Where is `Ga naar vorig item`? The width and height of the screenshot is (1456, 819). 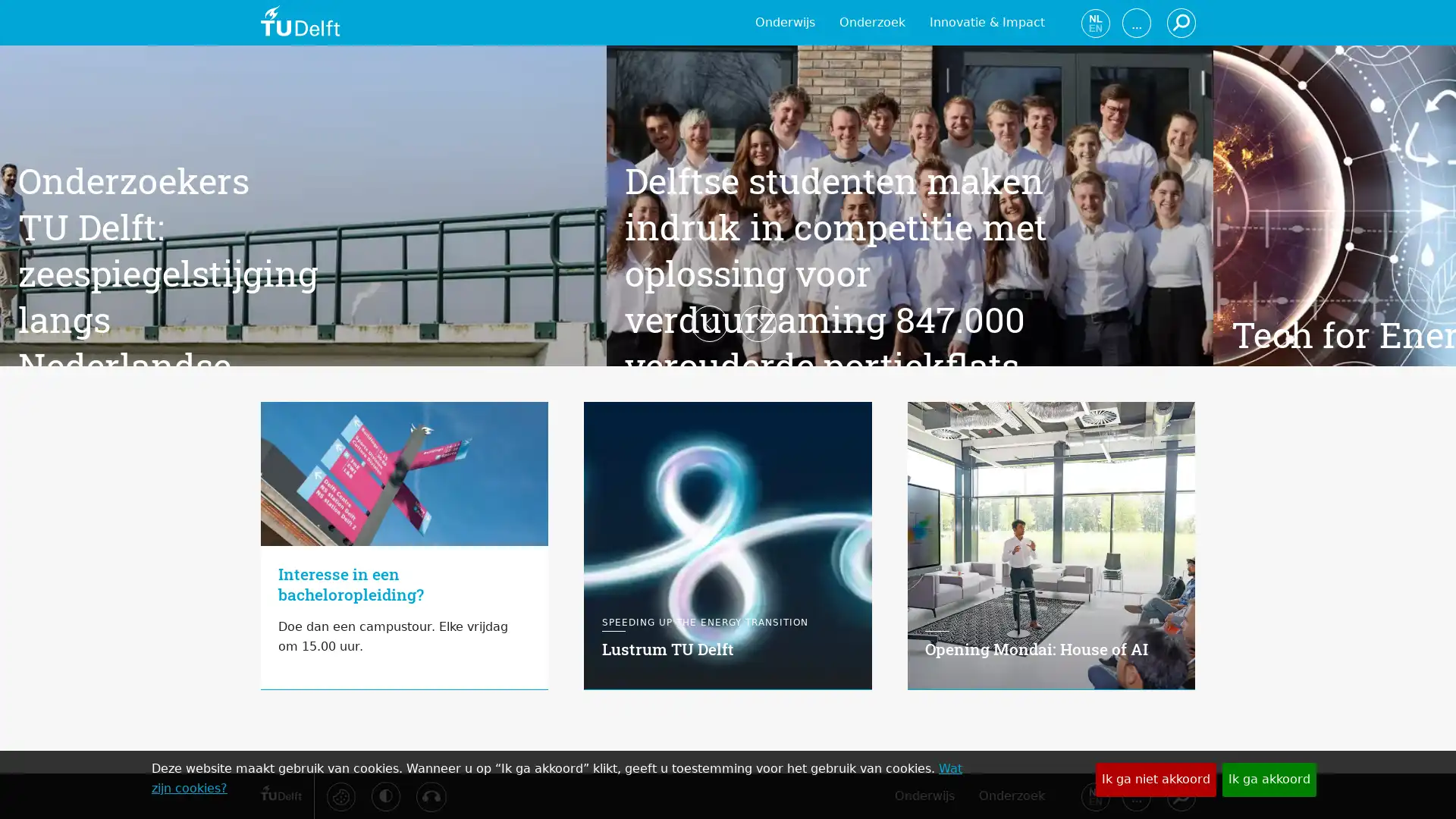
Ga naar vorig item is located at coordinates (236, 409).